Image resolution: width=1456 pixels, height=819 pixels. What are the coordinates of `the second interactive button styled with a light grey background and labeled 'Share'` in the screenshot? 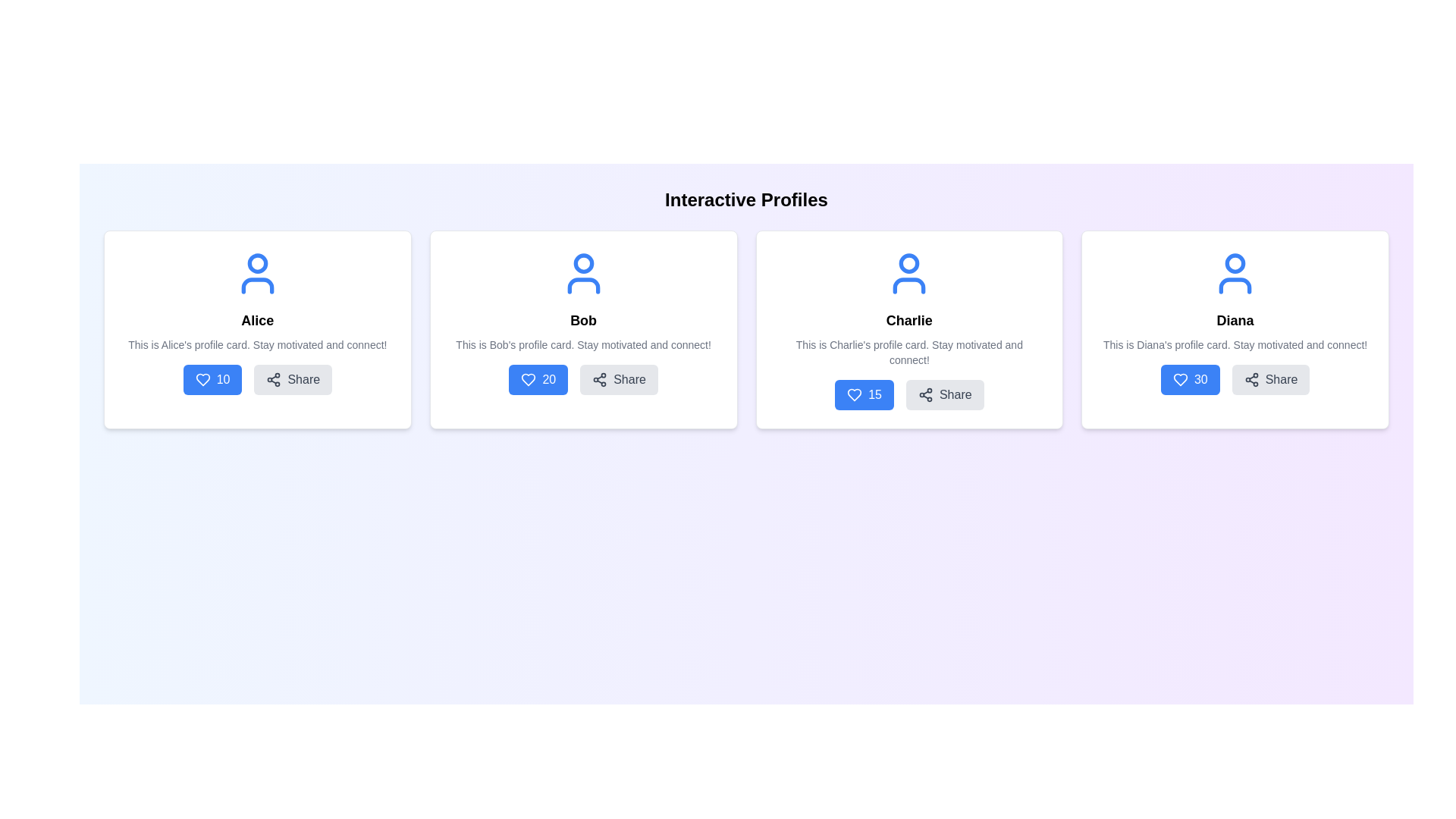 It's located at (619, 379).